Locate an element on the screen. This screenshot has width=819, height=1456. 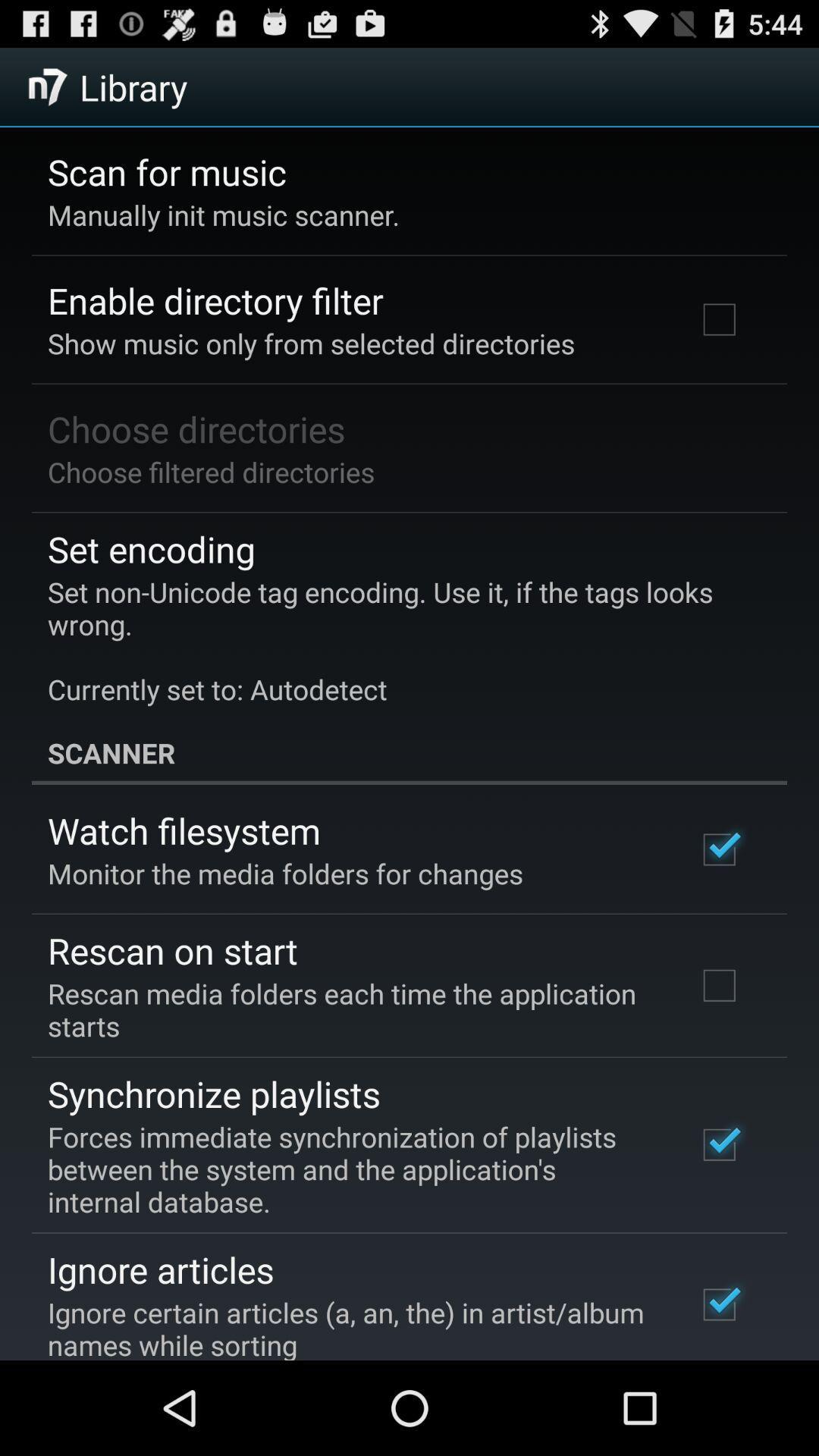
the manually init music icon is located at coordinates (224, 214).